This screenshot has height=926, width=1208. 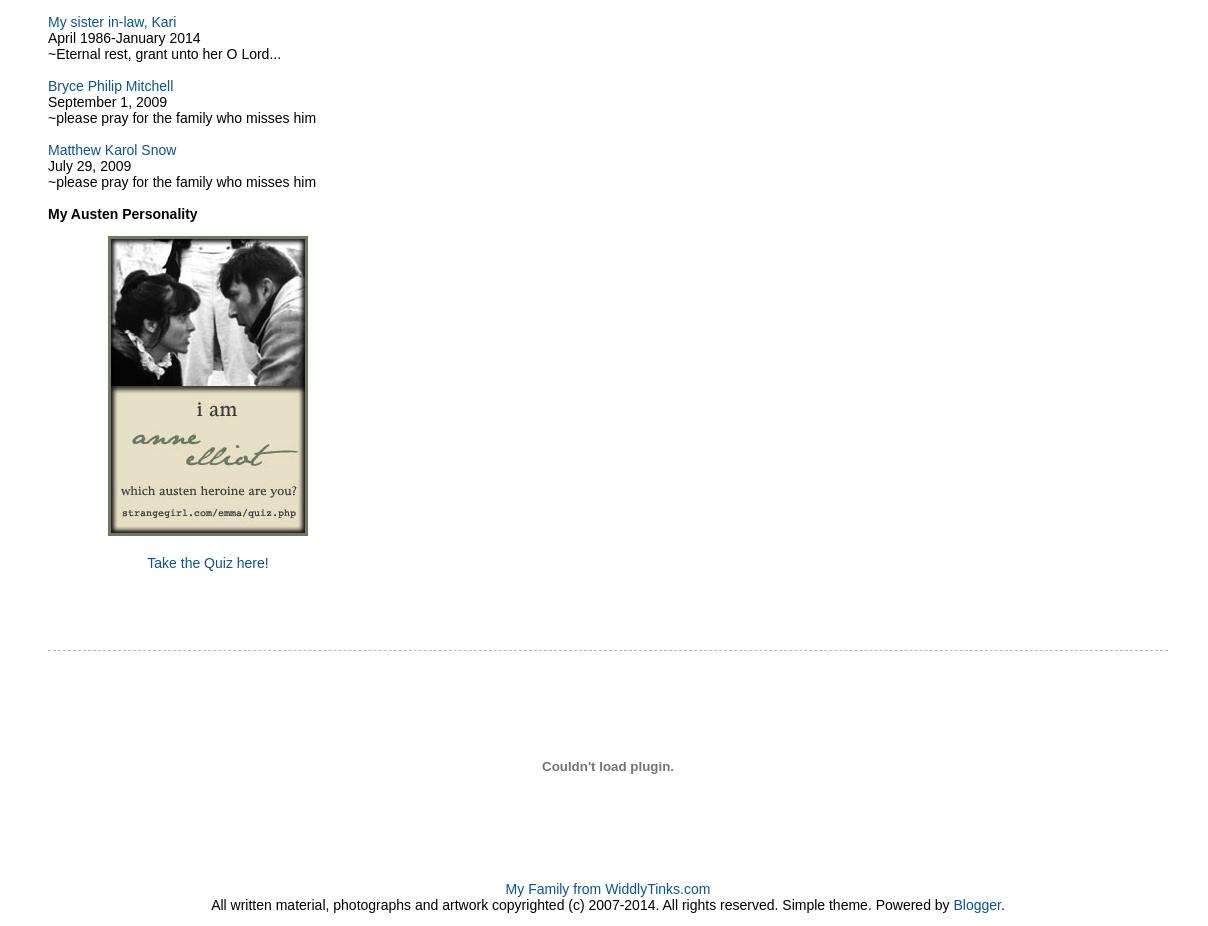 What do you see at coordinates (110, 149) in the screenshot?
I see `'Matthew Karol Snow'` at bounding box center [110, 149].